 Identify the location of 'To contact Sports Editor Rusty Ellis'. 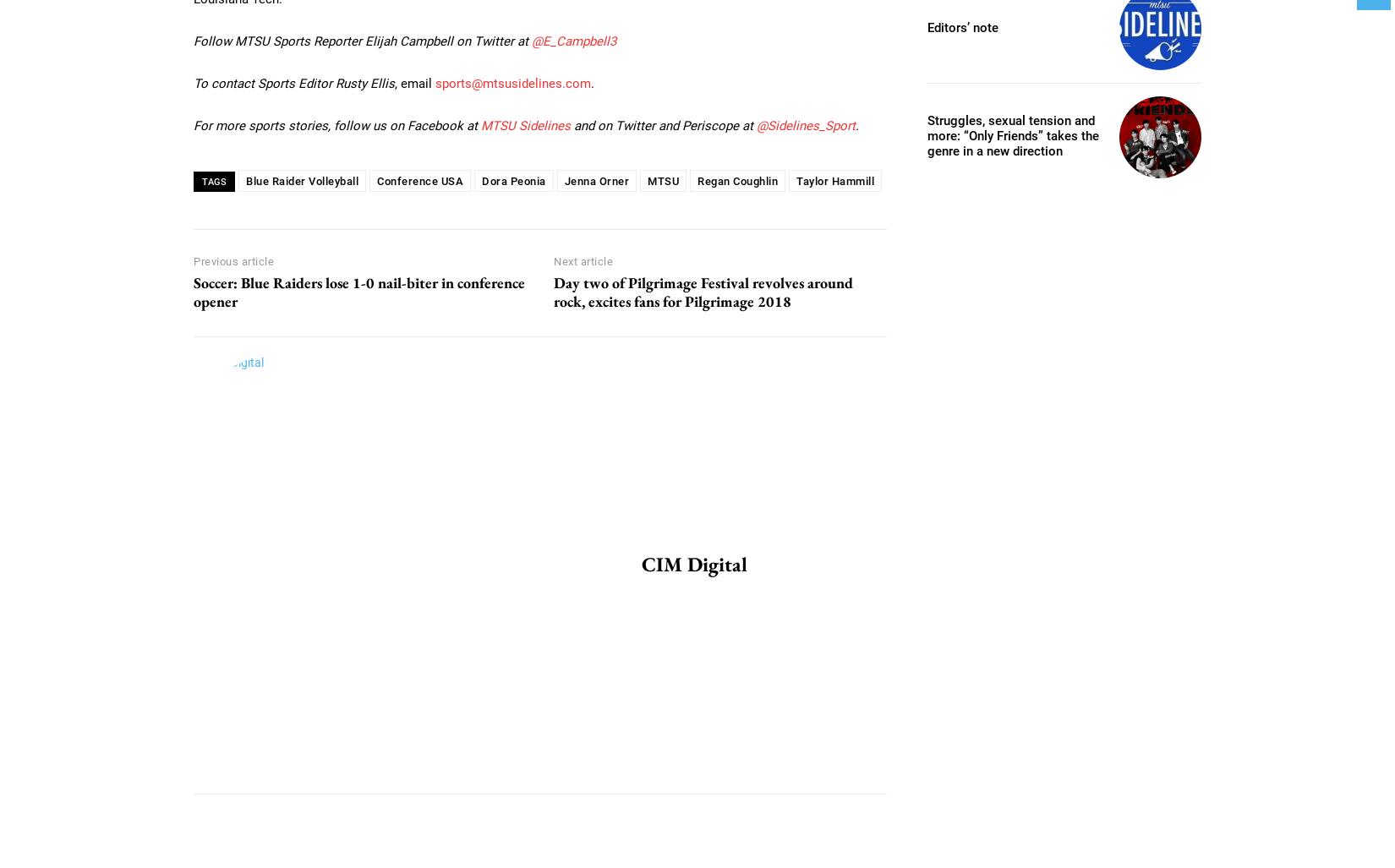
(194, 81).